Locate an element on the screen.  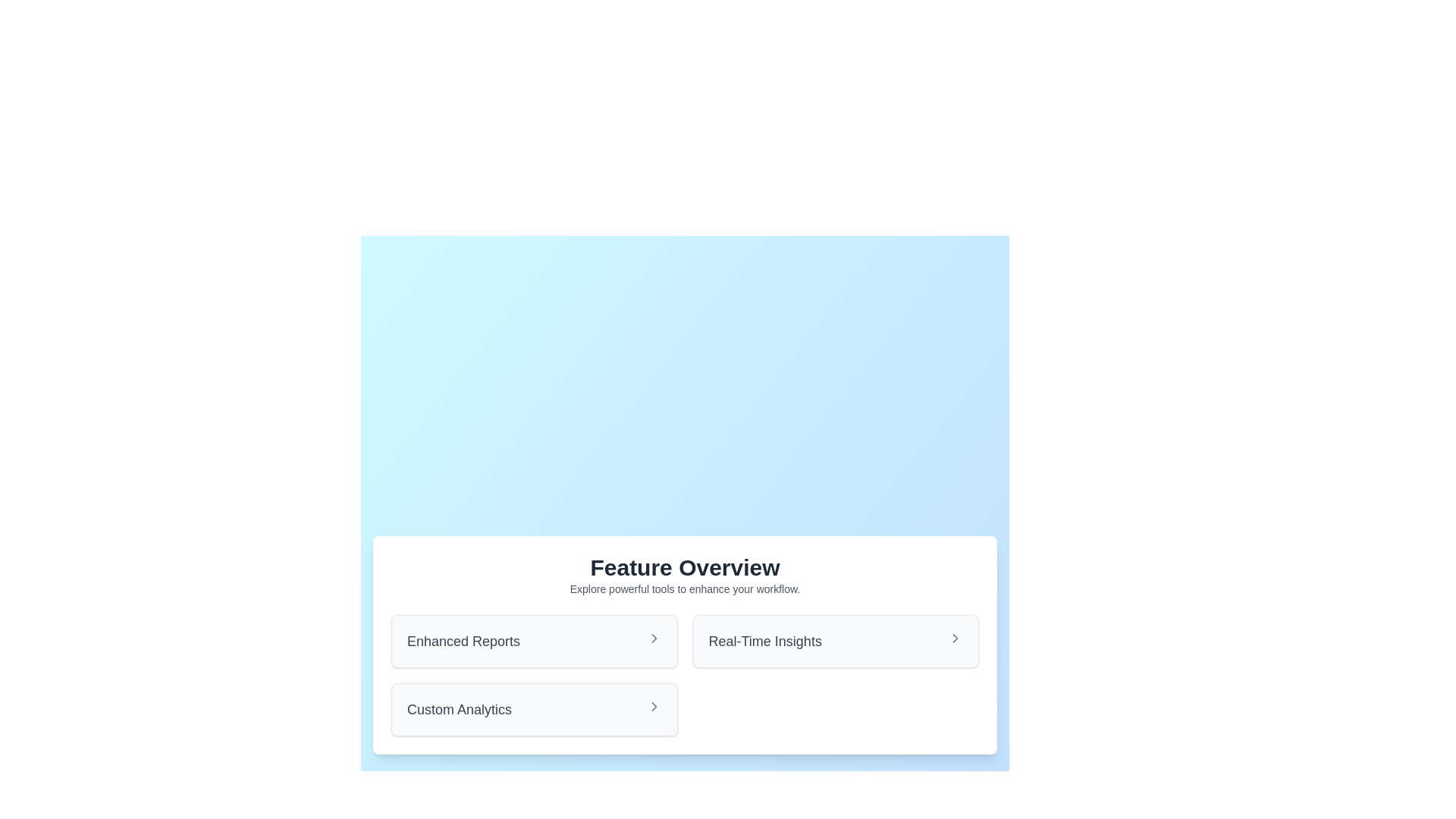
the Chevron icon located to the far right of the 'Enhanced Reports' section title is located at coordinates (654, 638).